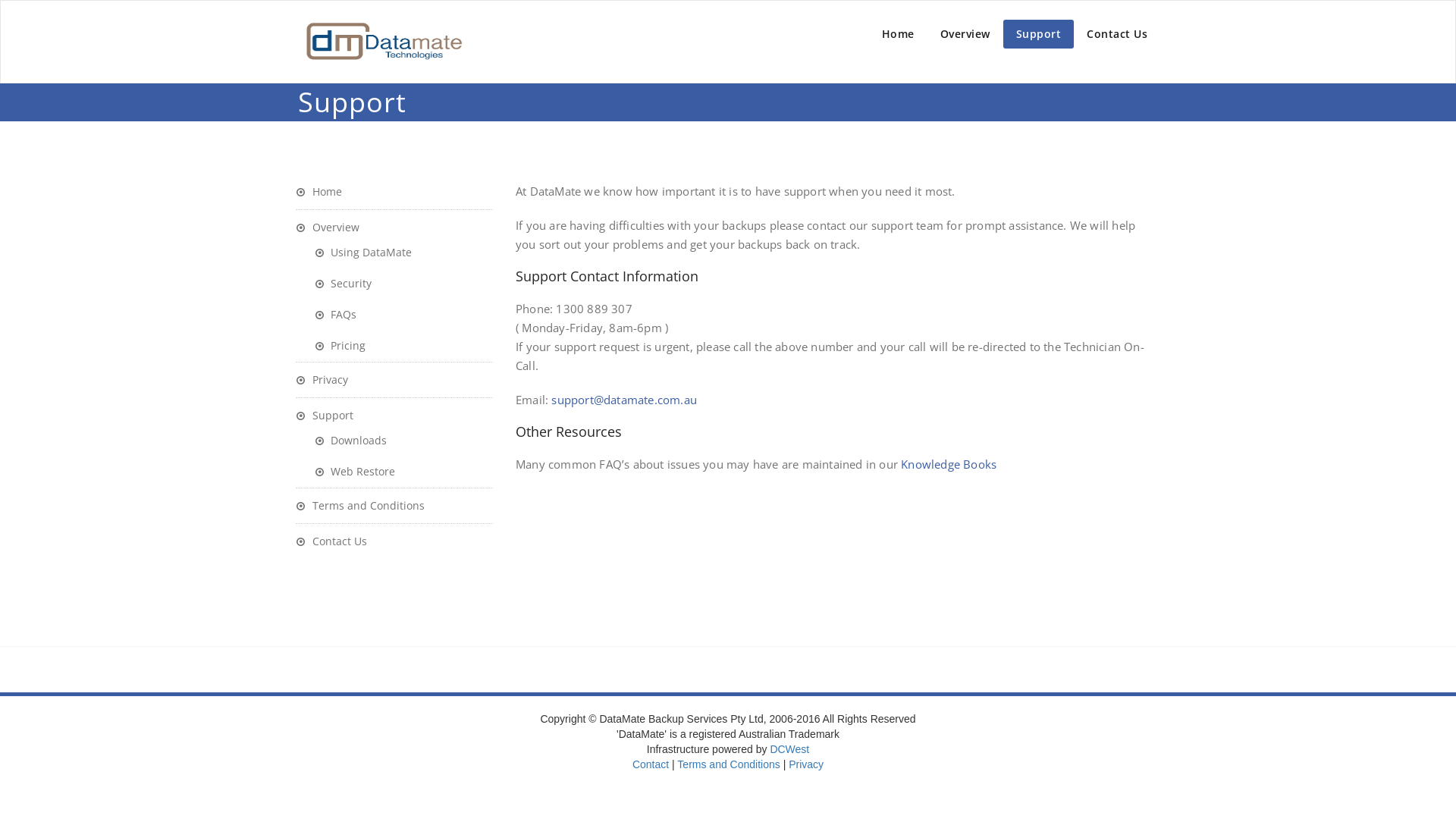 The height and width of the screenshot is (819, 1456). Describe the element at coordinates (948, 463) in the screenshot. I see `'Knowledge Books'` at that location.